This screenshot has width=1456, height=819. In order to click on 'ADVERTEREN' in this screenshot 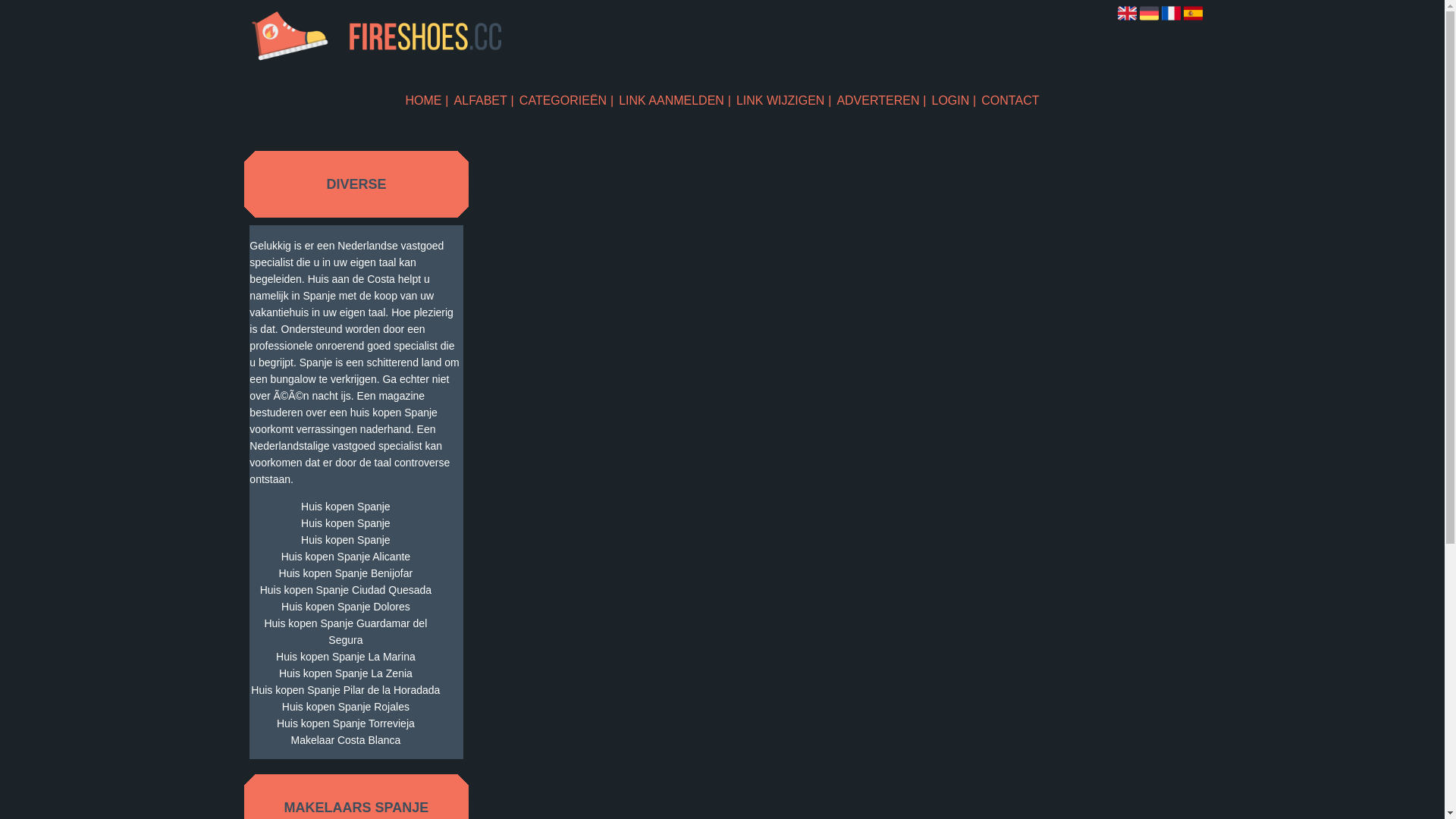, I will do `click(880, 100)`.